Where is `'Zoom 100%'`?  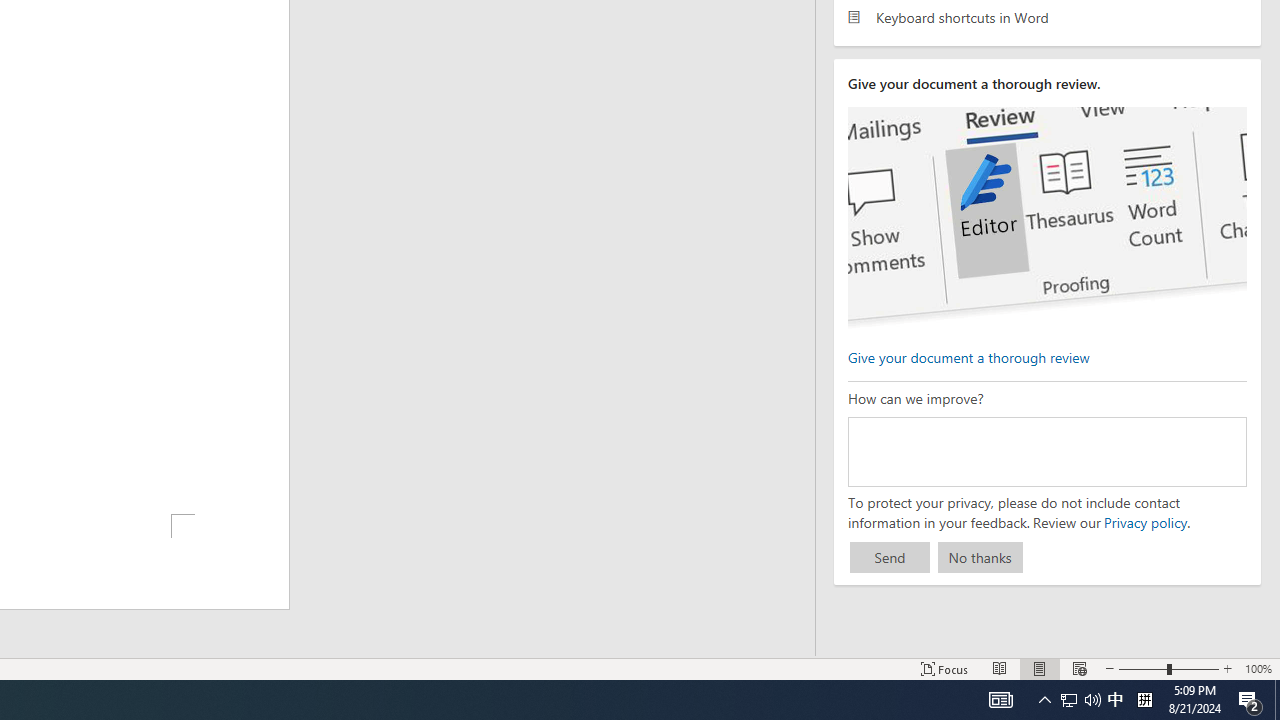
'Zoom 100%' is located at coordinates (1257, 669).